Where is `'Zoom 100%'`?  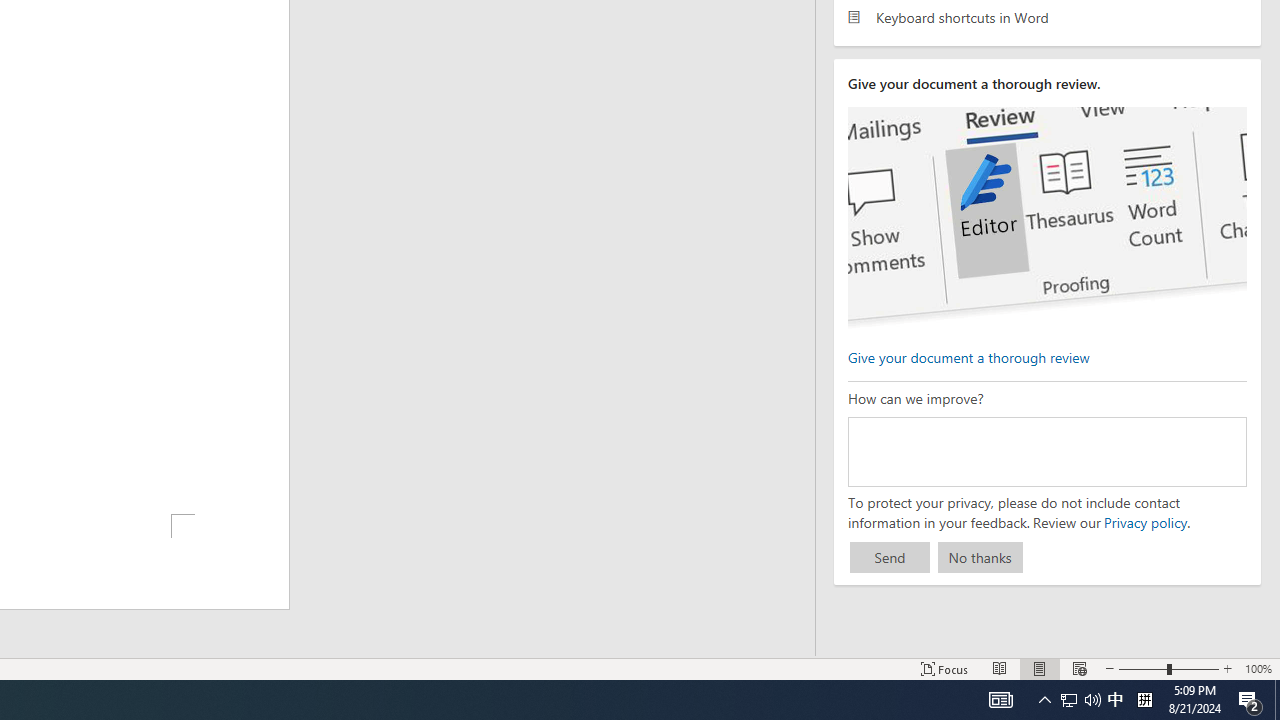
'Zoom 100%' is located at coordinates (1257, 669).